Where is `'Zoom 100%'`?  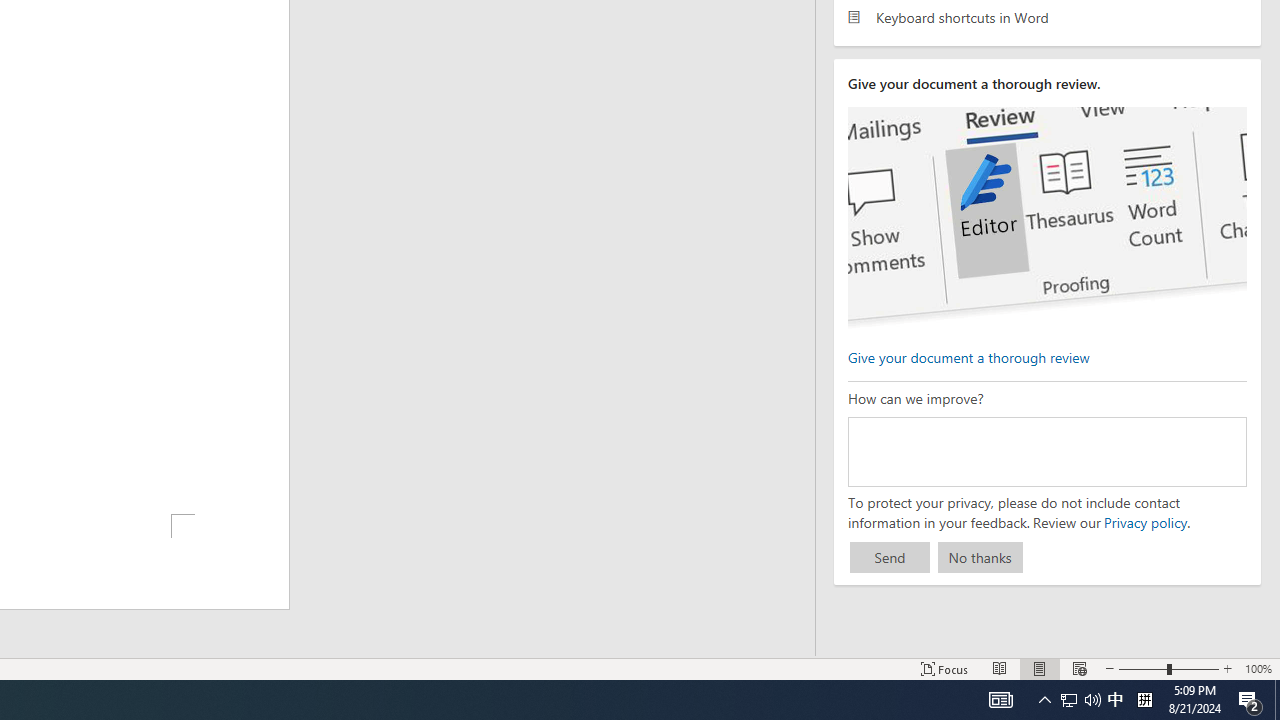
'Zoom 100%' is located at coordinates (1257, 669).